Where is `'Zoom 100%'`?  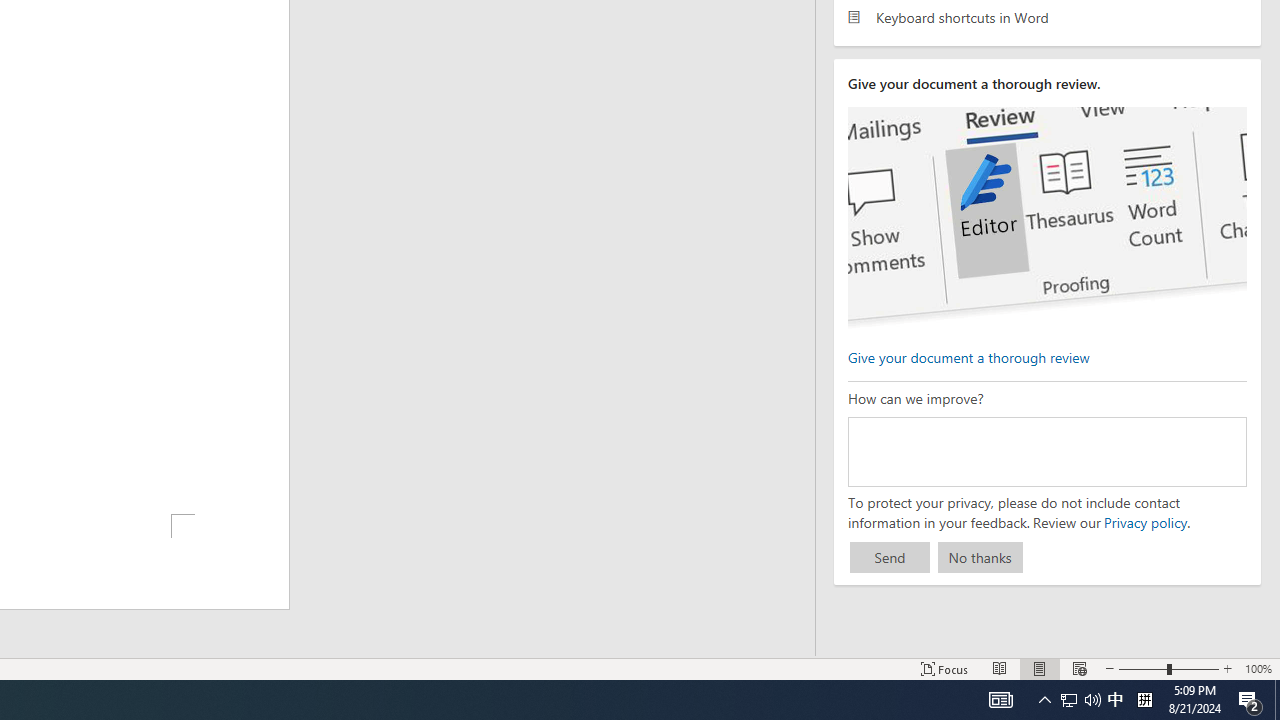
'Zoom 100%' is located at coordinates (1257, 669).